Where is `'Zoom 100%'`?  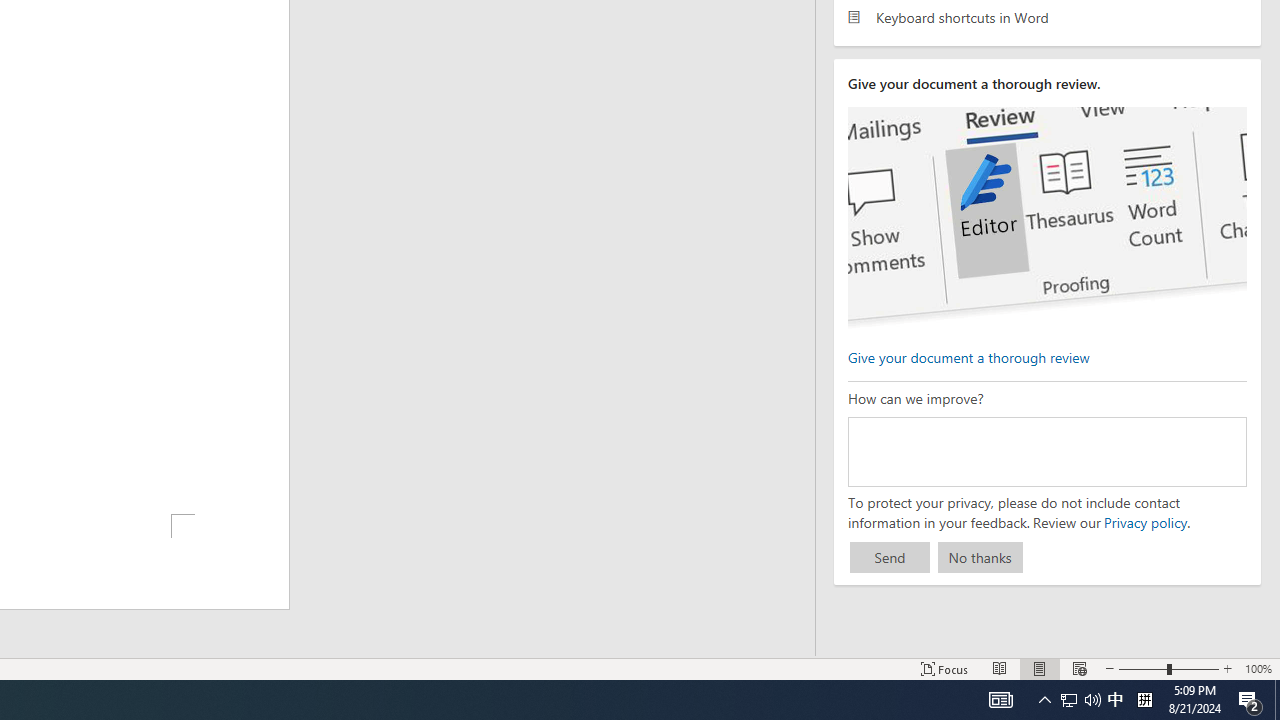
'Zoom 100%' is located at coordinates (1257, 669).